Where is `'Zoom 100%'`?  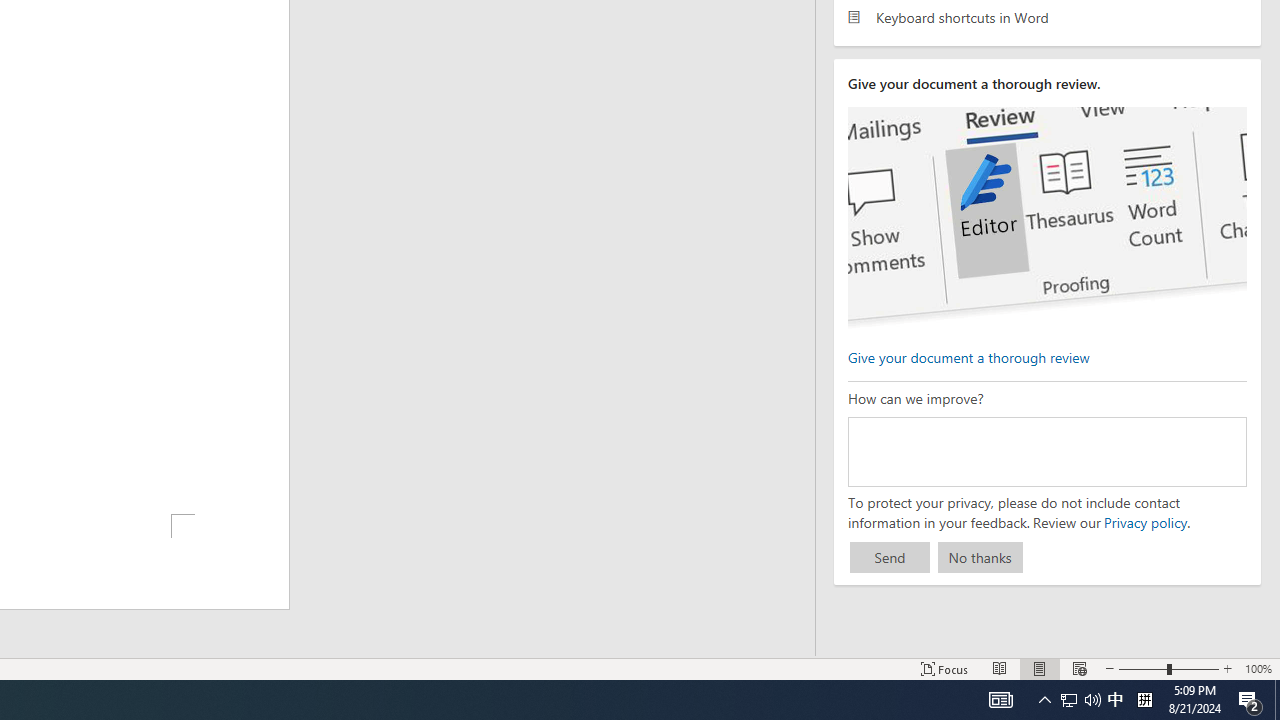
'Zoom 100%' is located at coordinates (1257, 669).